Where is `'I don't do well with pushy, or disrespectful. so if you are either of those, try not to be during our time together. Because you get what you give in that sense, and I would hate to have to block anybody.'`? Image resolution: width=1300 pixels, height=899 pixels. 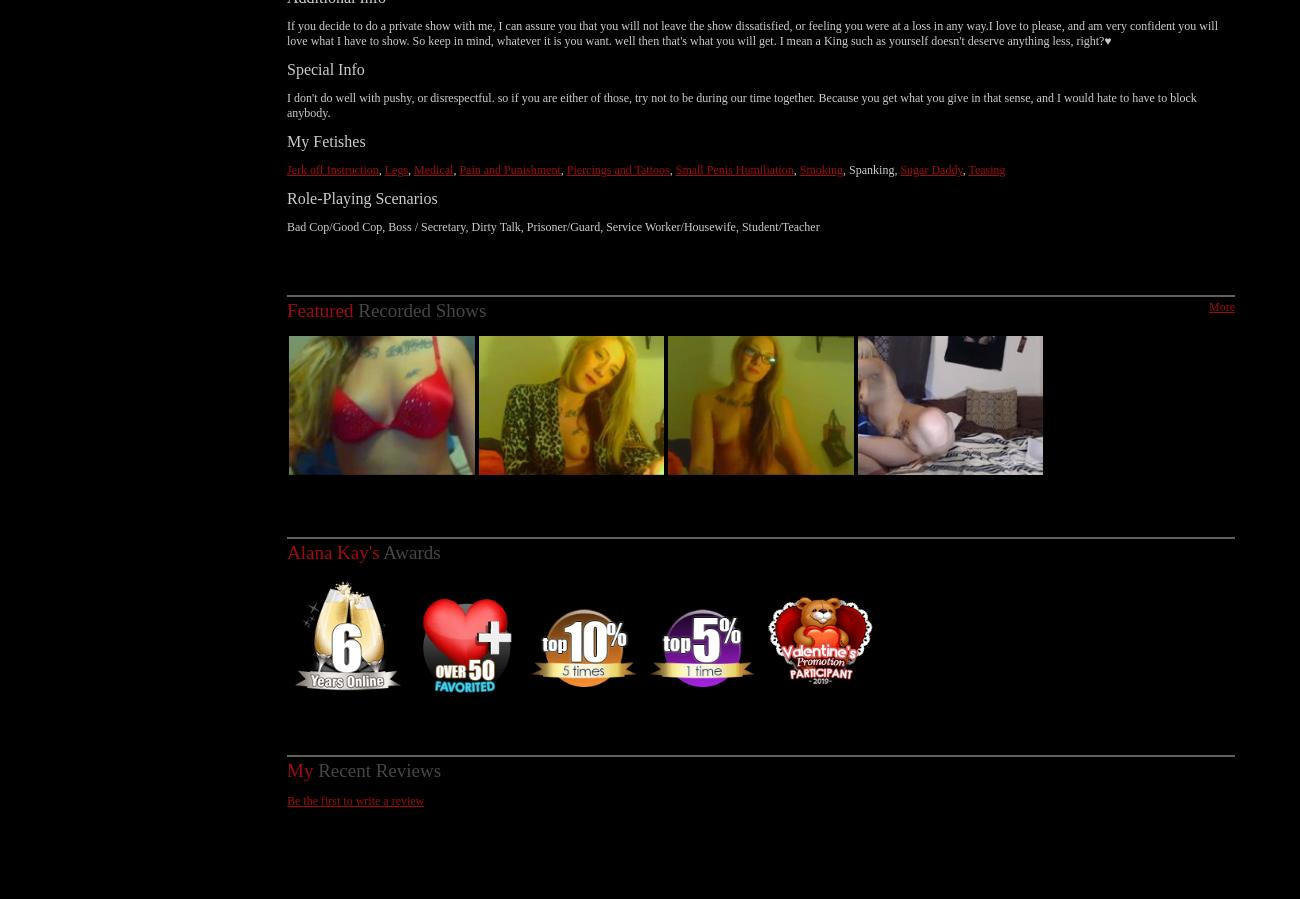 'I don't do well with pushy, or disrespectful. so if you are either of those, try not to be during our time together. Because you get what you give in that sense, and I would hate to have to block anybody.' is located at coordinates (741, 82).